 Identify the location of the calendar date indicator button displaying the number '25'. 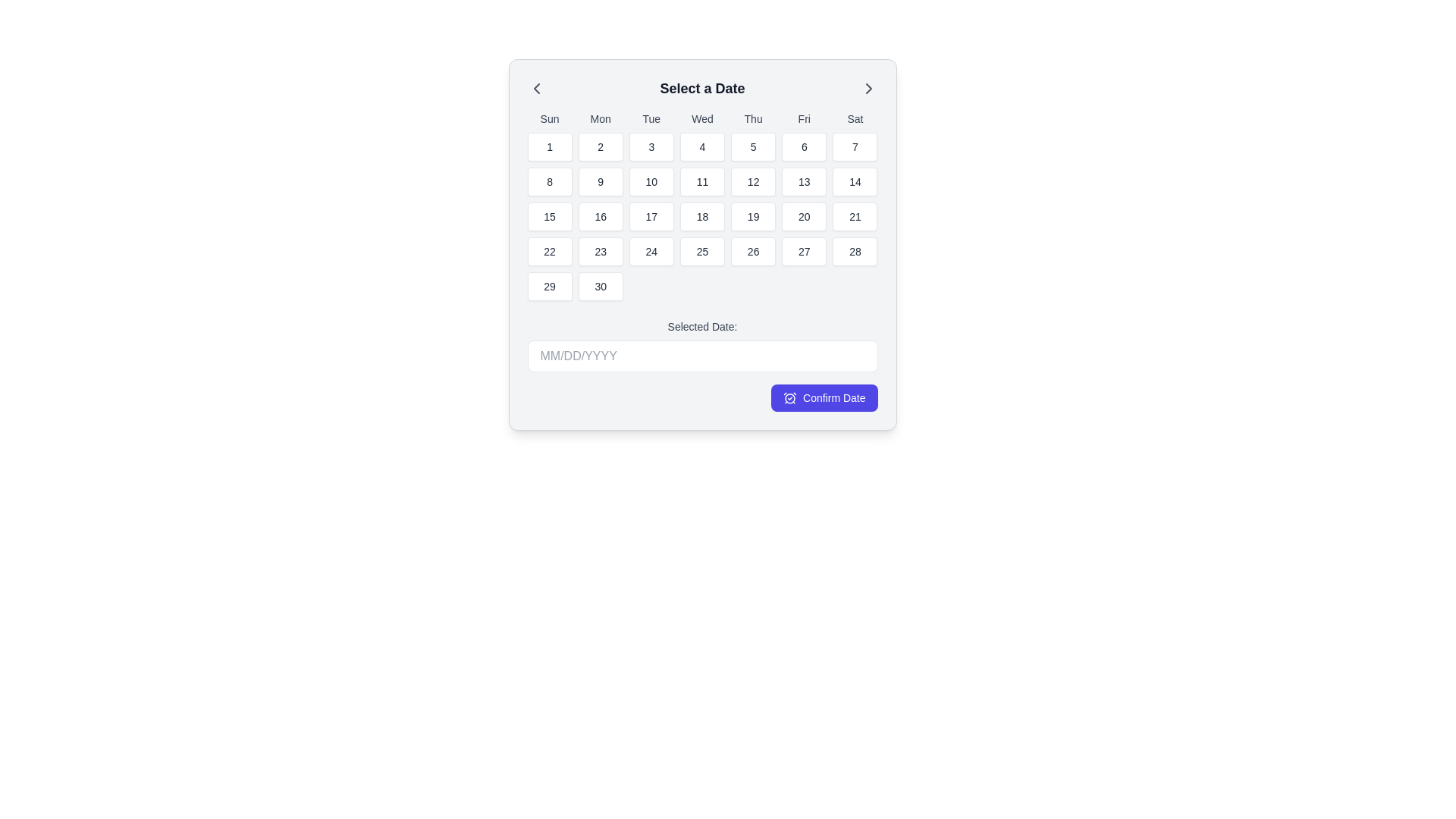
(701, 250).